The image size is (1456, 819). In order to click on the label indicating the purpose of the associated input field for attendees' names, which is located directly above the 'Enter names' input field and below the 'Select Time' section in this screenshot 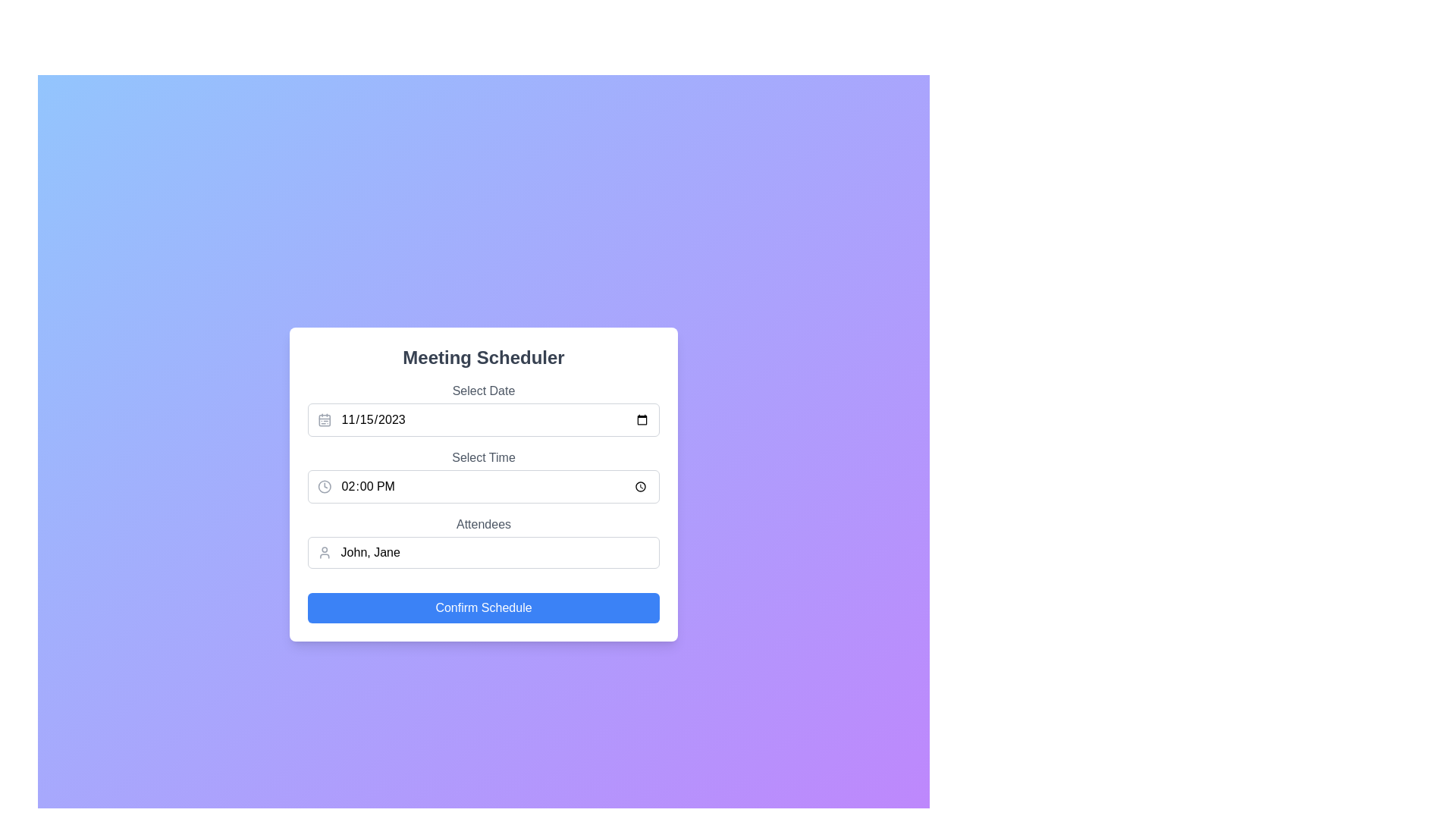, I will do `click(483, 523)`.